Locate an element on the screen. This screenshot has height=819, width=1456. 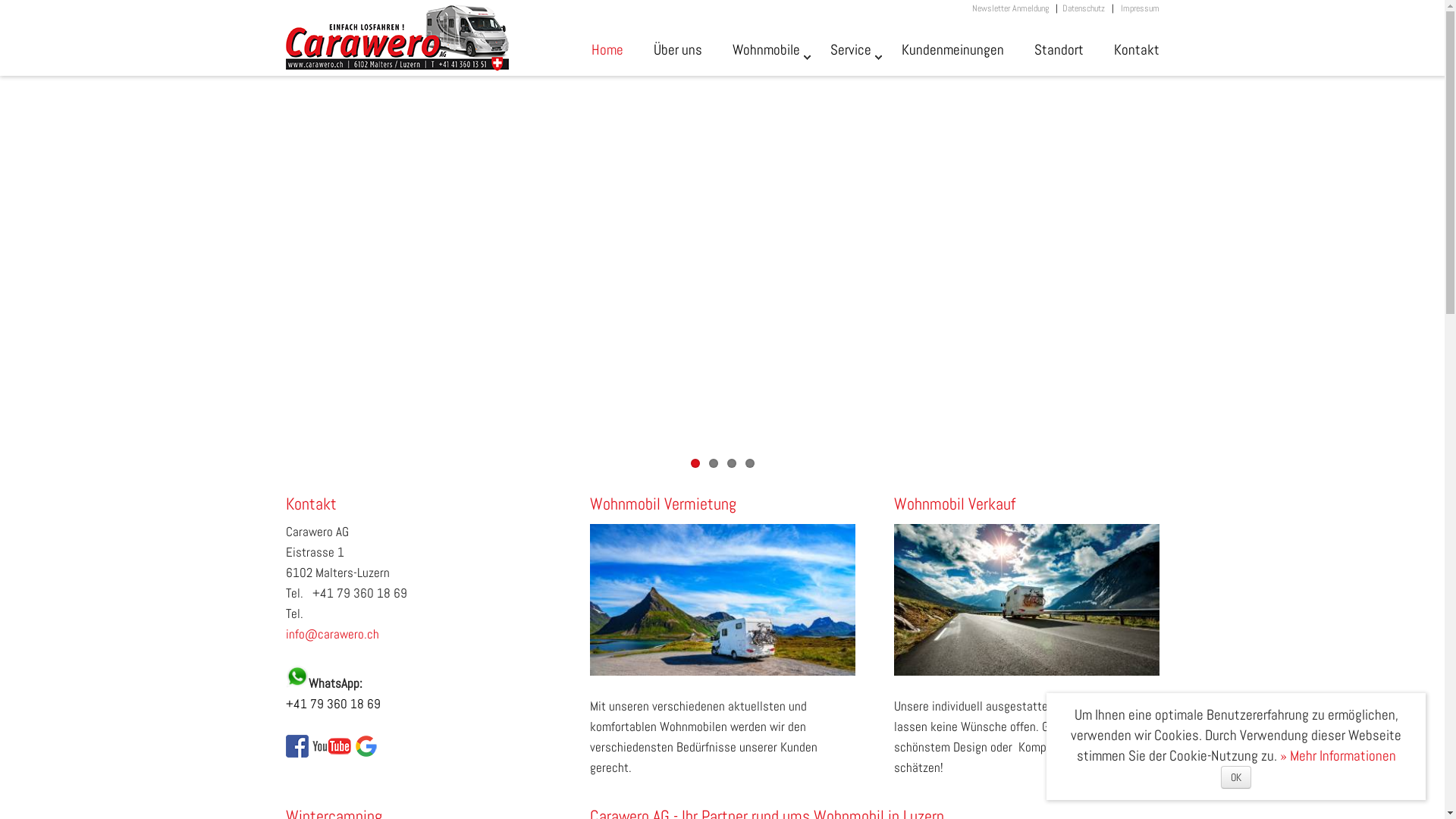
'Standort' is located at coordinates (1058, 57).